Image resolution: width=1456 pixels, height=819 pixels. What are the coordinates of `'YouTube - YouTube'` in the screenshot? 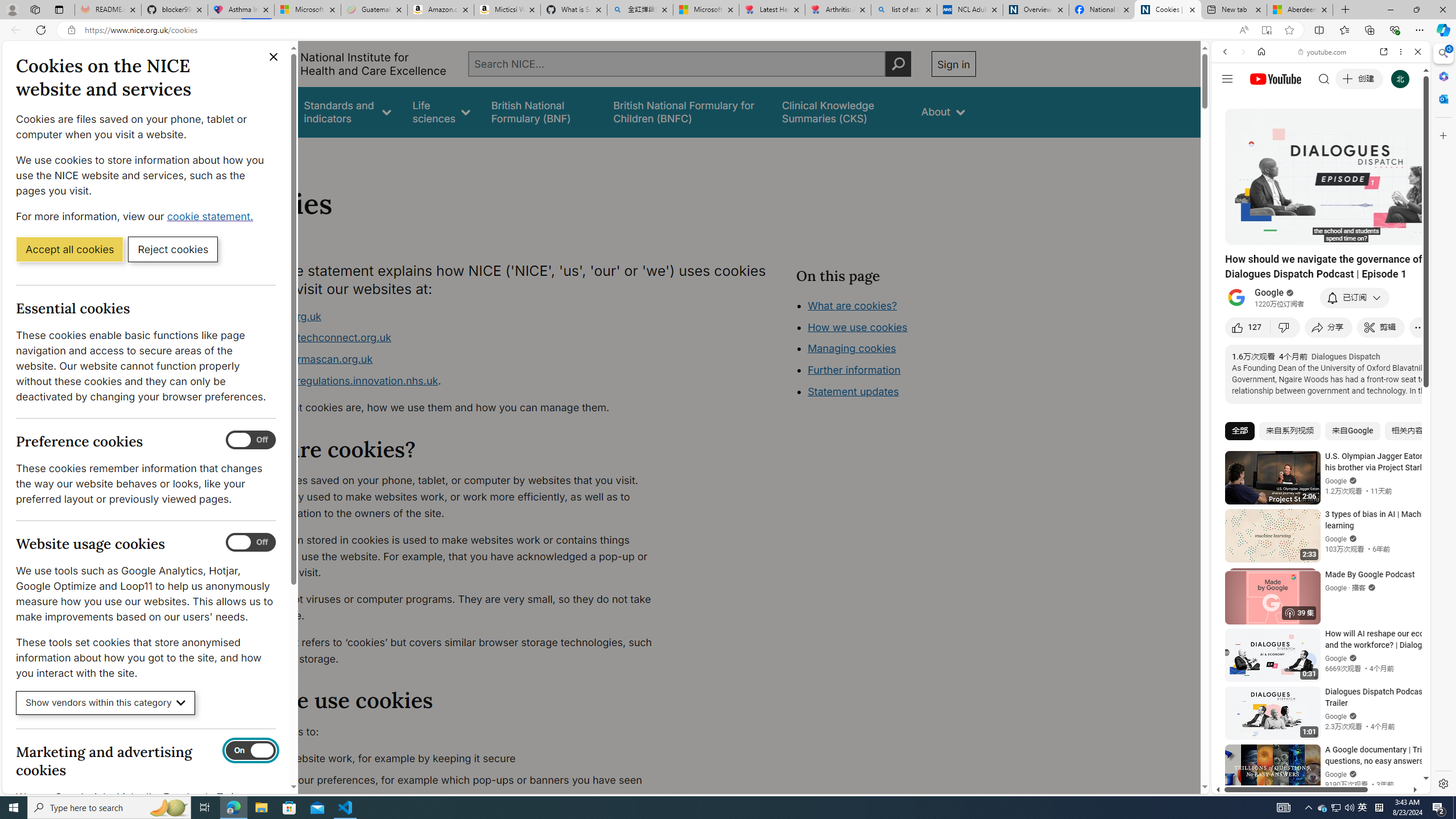 It's located at (1316, 560).